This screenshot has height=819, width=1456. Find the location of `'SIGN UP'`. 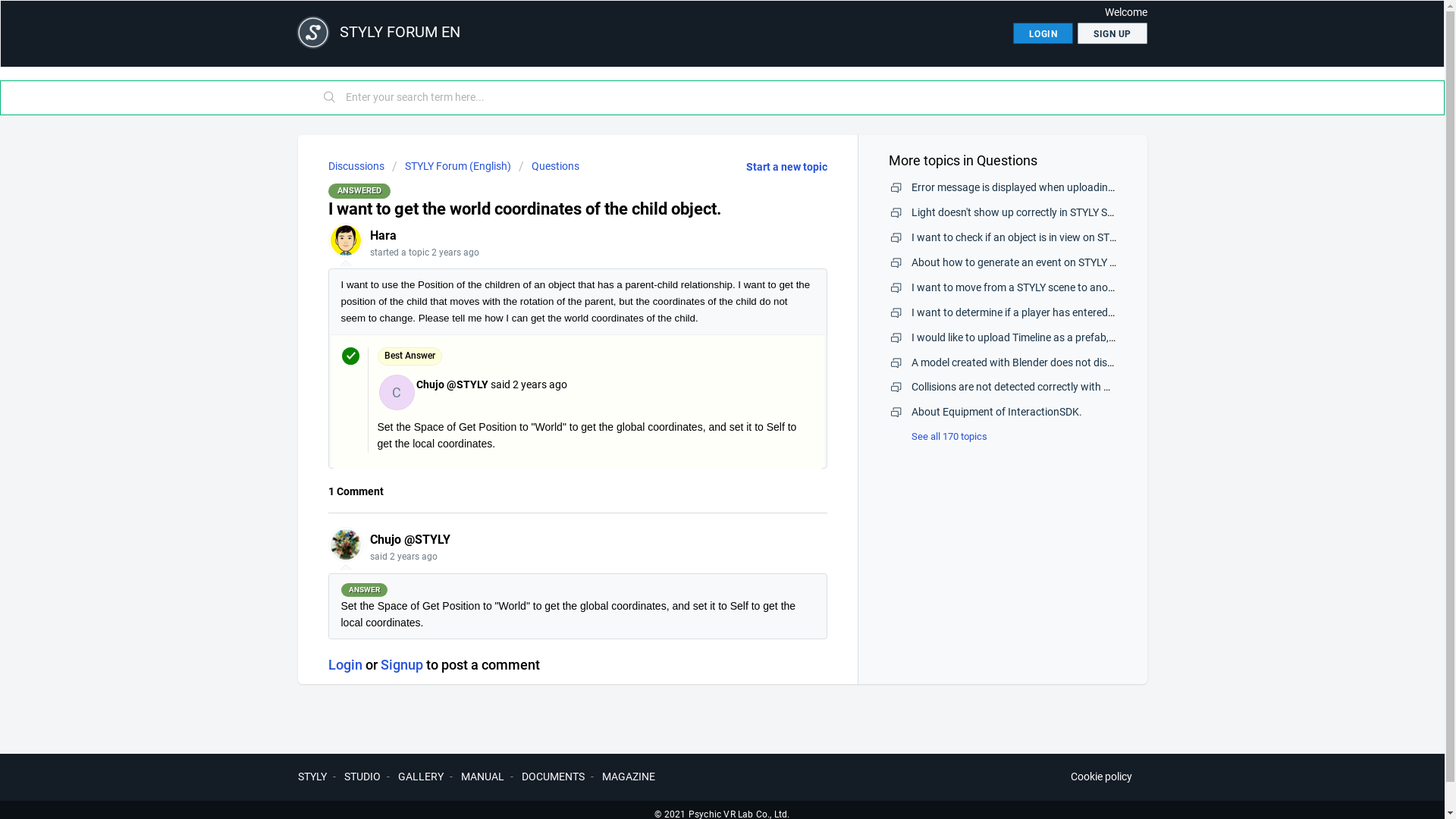

'SIGN UP' is located at coordinates (1112, 33).